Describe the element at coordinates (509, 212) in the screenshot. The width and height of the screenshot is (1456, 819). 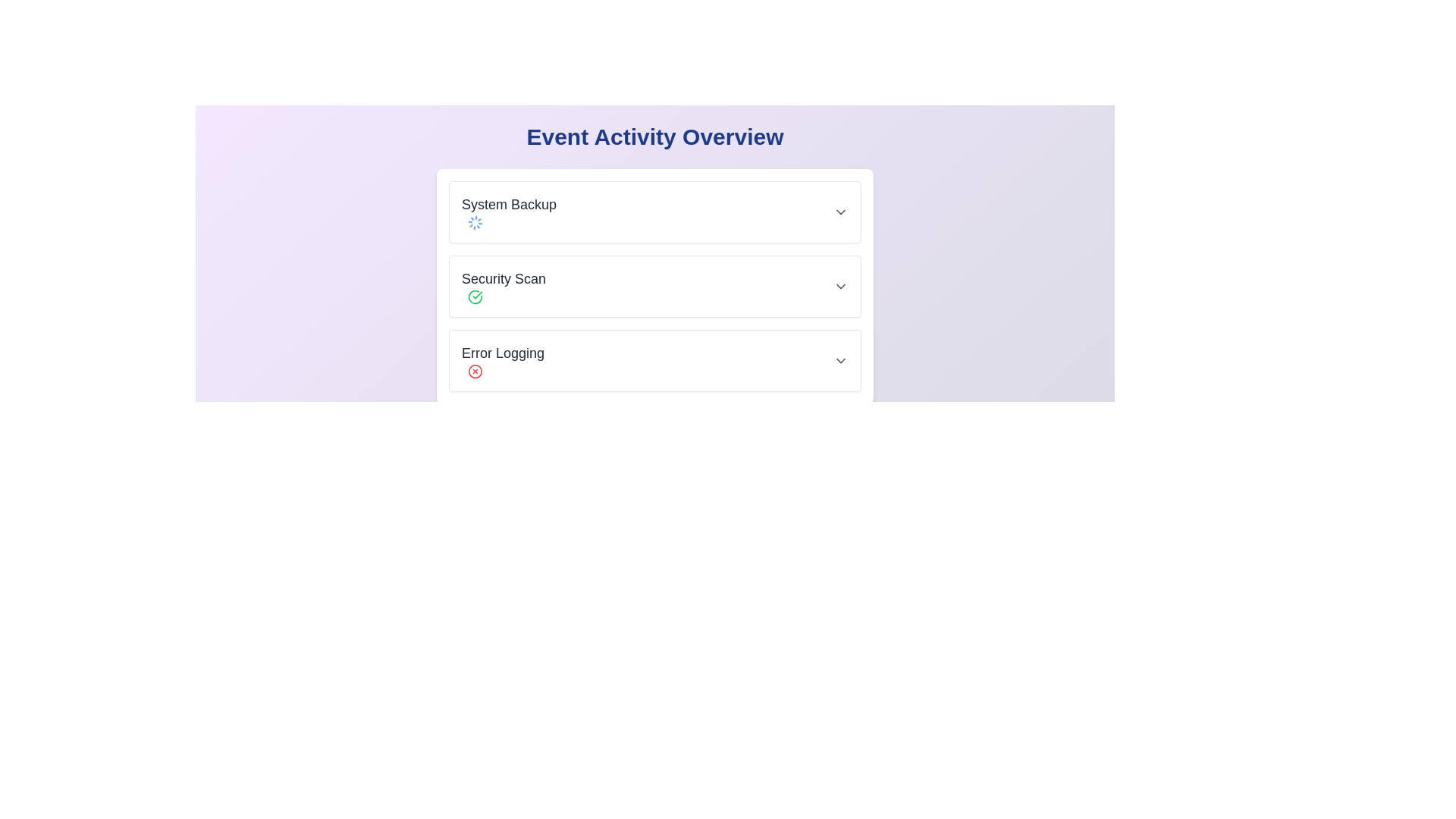
I see `text label element indicating 'System Backup' which is positioned at the top of the section stack, above 'Security Scan' and 'Error Logging'` at that location.